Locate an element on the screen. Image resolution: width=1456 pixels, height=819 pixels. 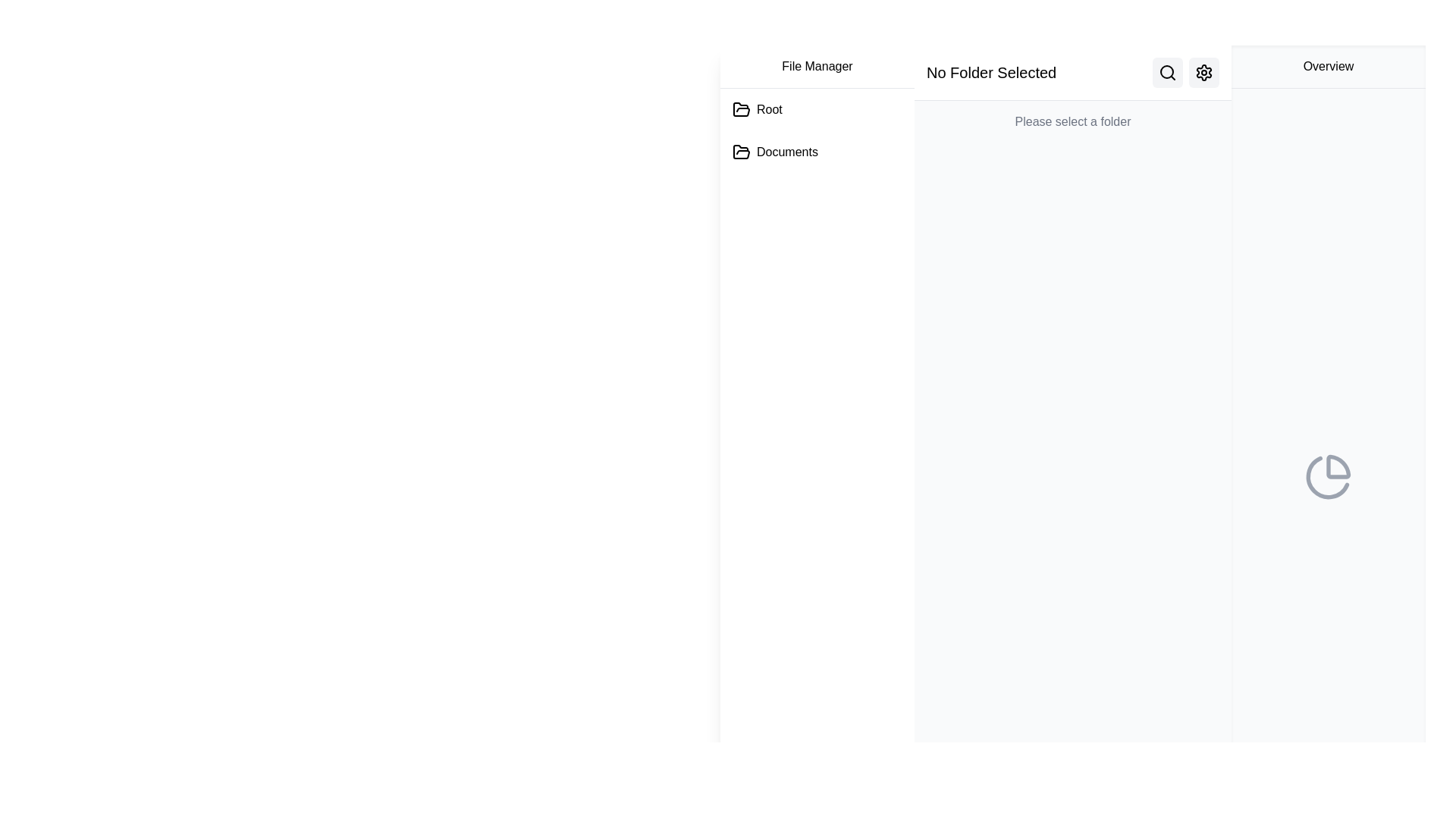
the cogwheel-shaped settings icon located in the top-right corner of the user interface is located at coordinates (1203, 73).